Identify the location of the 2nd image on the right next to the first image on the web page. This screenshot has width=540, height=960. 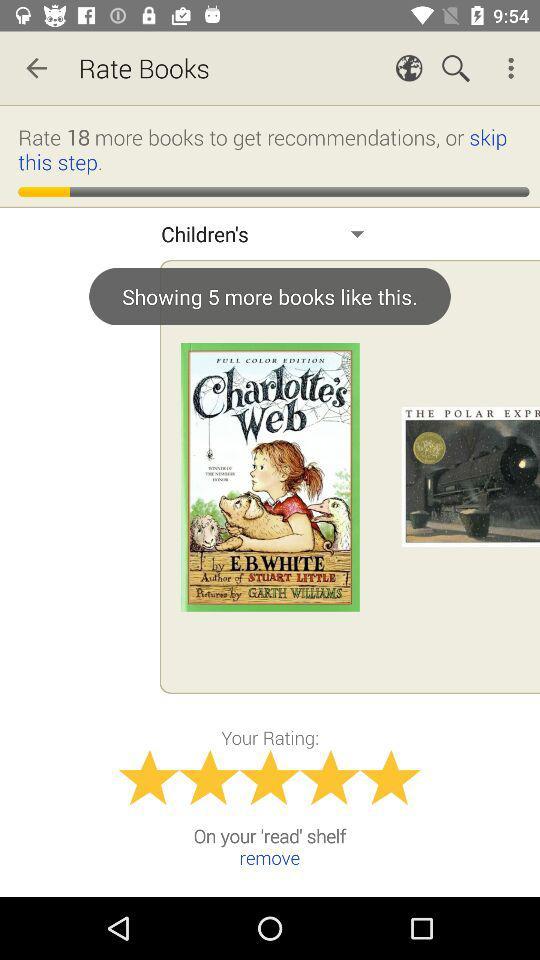
(470, 477).